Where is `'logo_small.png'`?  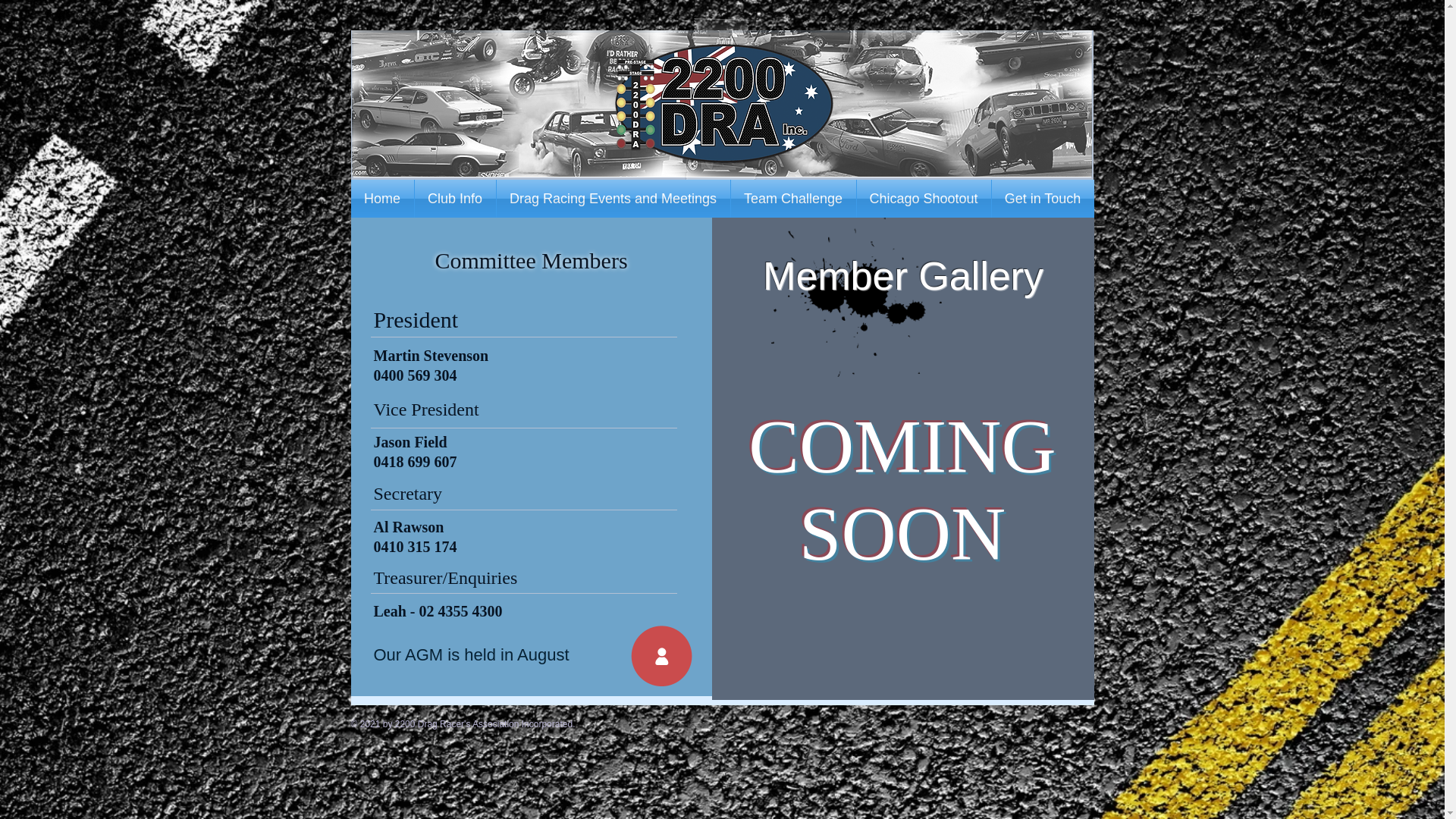
'logo_small.png' is located at coordinates (723, 103).